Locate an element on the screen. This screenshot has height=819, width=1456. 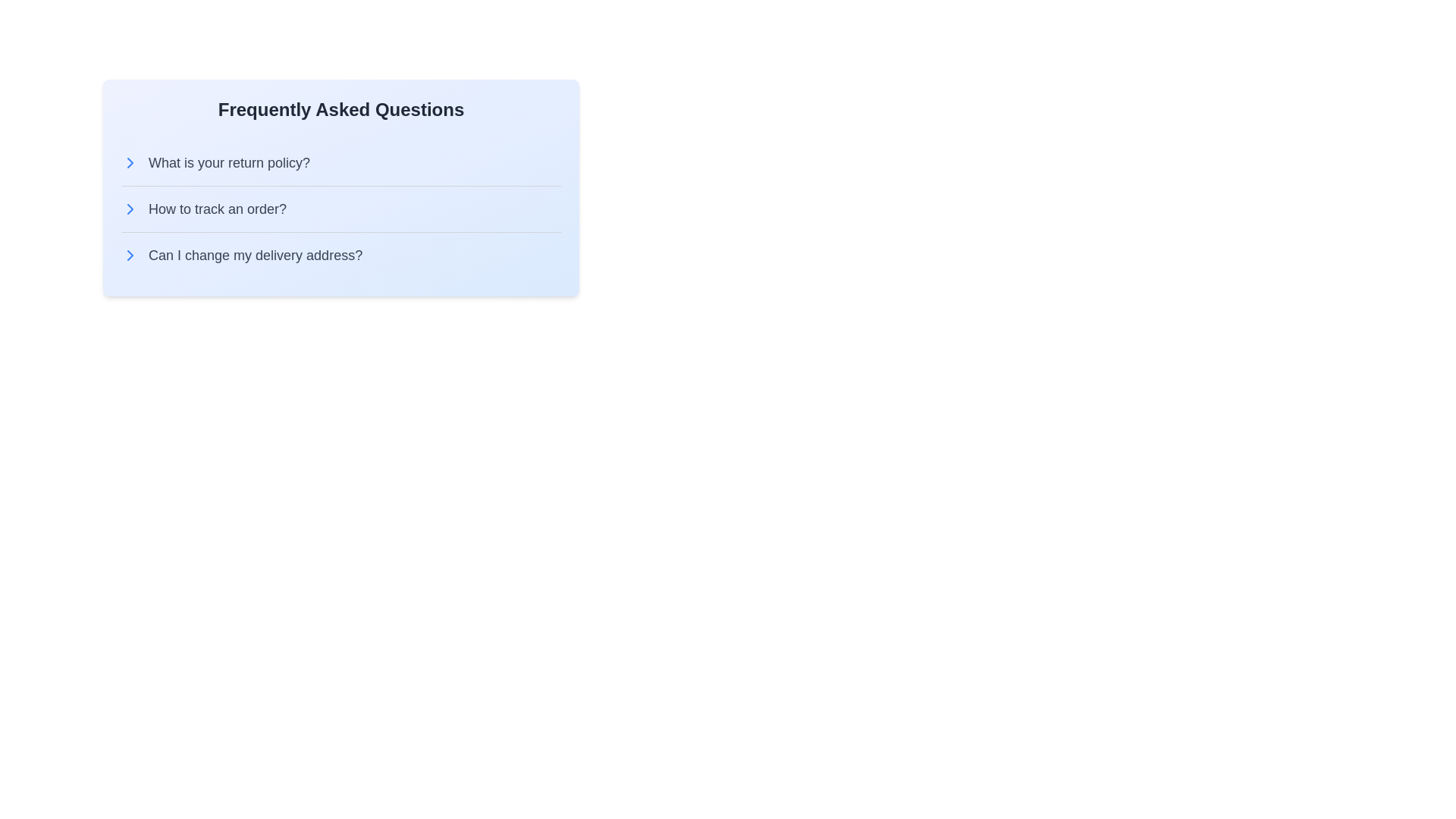
the clickable text or button that provides a link to more information about tracking orders is located at coordinates (340, 208).